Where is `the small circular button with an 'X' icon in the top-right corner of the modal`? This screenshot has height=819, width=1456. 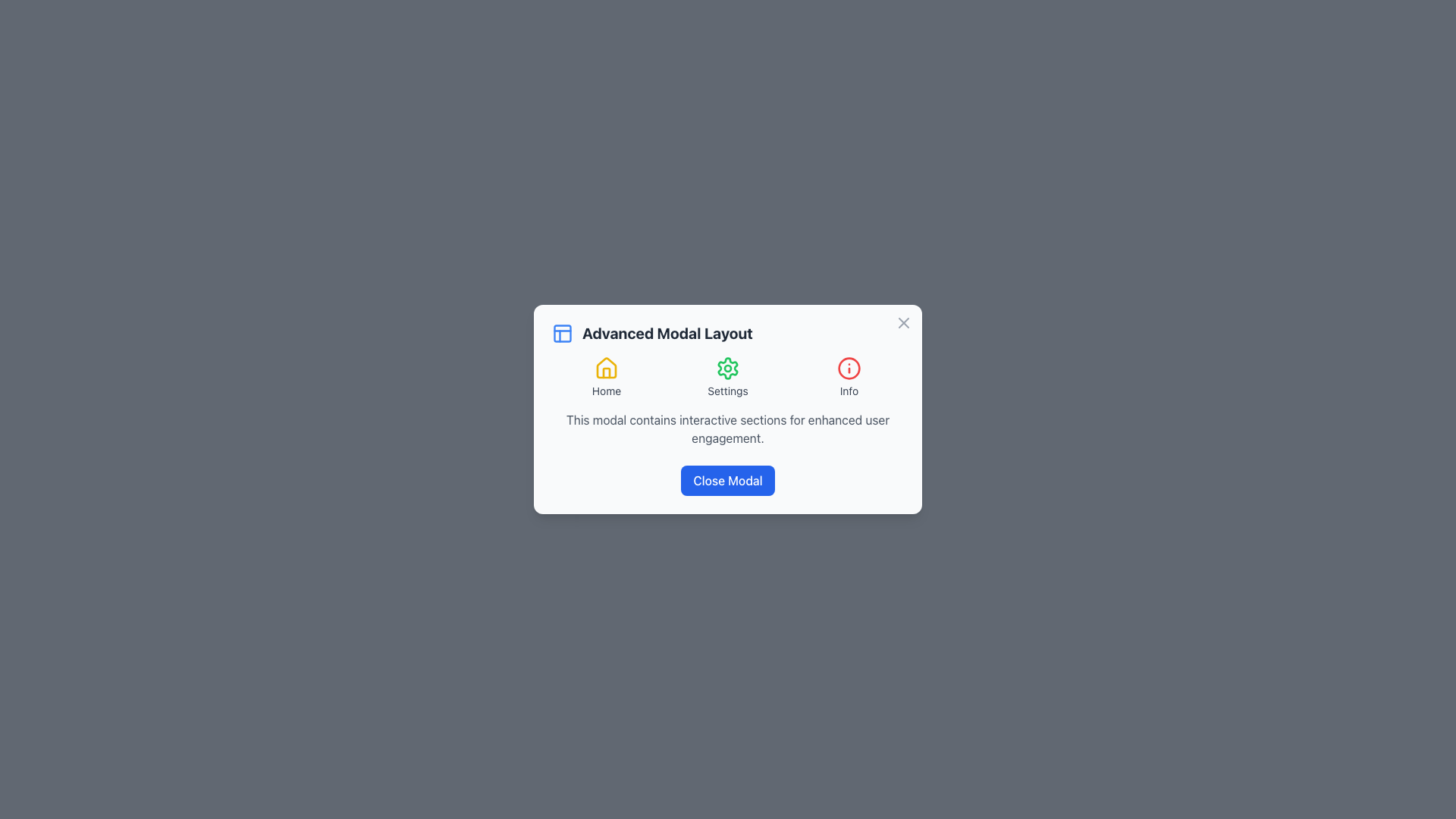
the small circular button with an 'X' icon in the top-right corner of the modal is located at coordinates (903, 322).